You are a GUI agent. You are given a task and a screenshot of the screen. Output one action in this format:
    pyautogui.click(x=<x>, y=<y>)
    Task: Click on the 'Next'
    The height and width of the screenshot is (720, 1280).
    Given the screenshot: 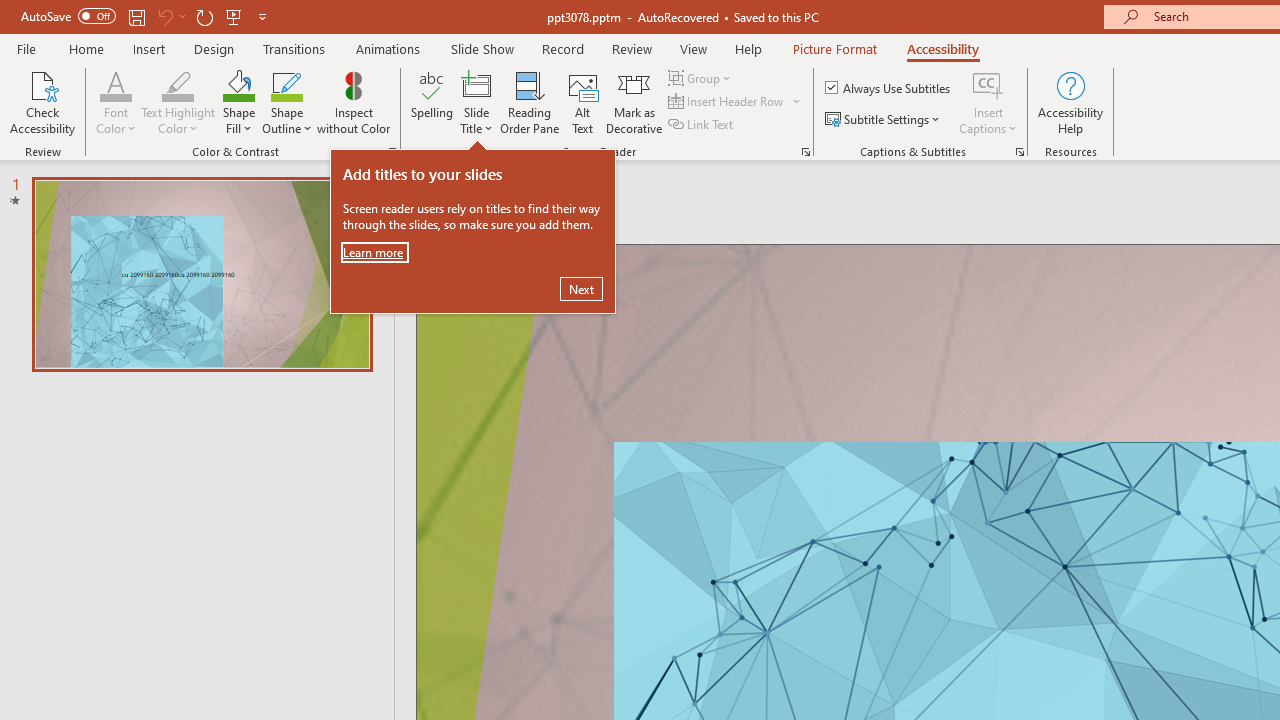 What is the action you would take?
    pyautogui.click(x=580, y=289)
    